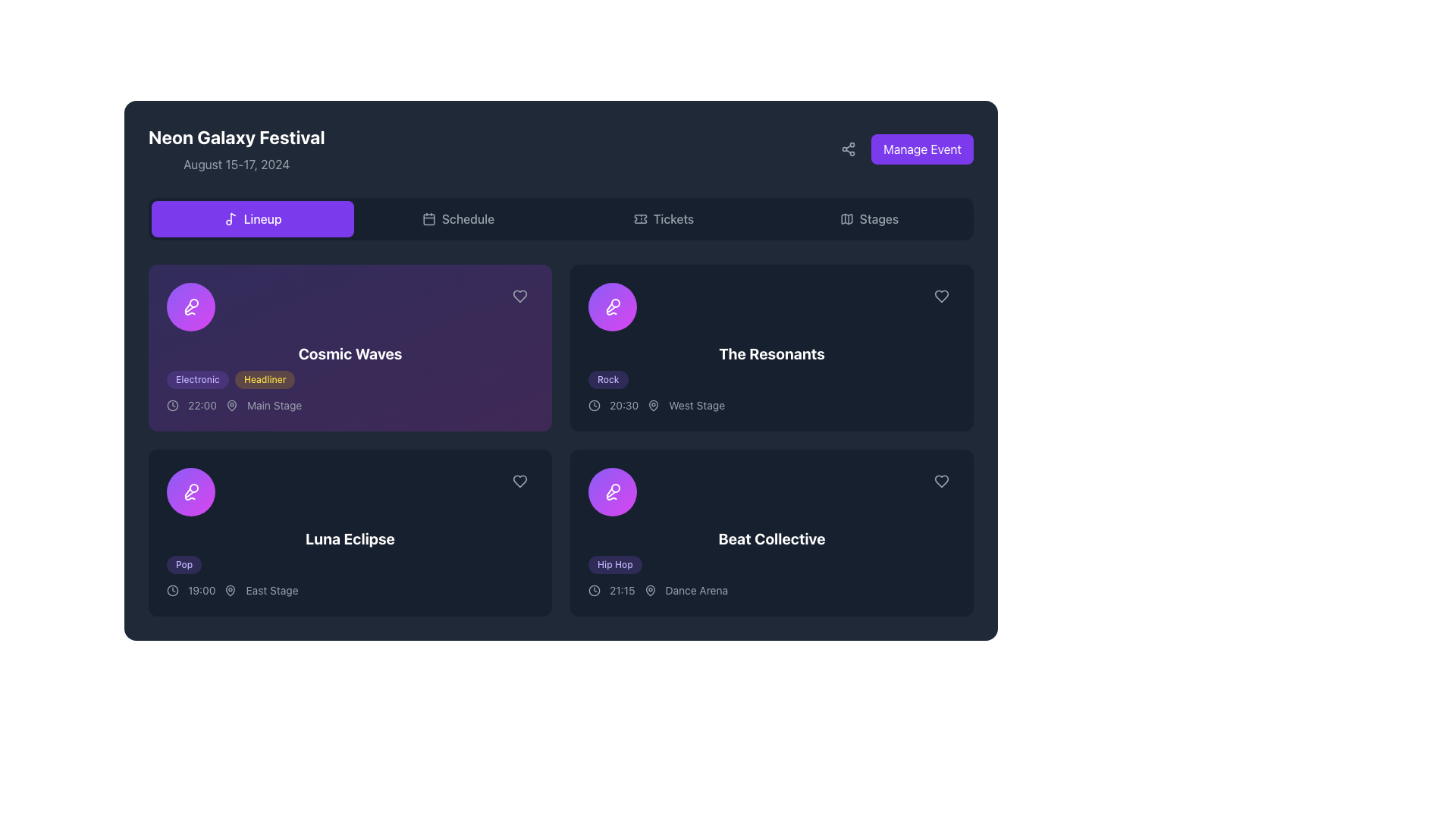 Image resolution: width=1456 pixels, height=819 pixels. I want to click on the pill-shaped tag labeled 'Hip Hop' with light violet text on a darker violet background, positioned above the event details for 'Beat Collective' in the 'Lineup' section, so click(615, 564).